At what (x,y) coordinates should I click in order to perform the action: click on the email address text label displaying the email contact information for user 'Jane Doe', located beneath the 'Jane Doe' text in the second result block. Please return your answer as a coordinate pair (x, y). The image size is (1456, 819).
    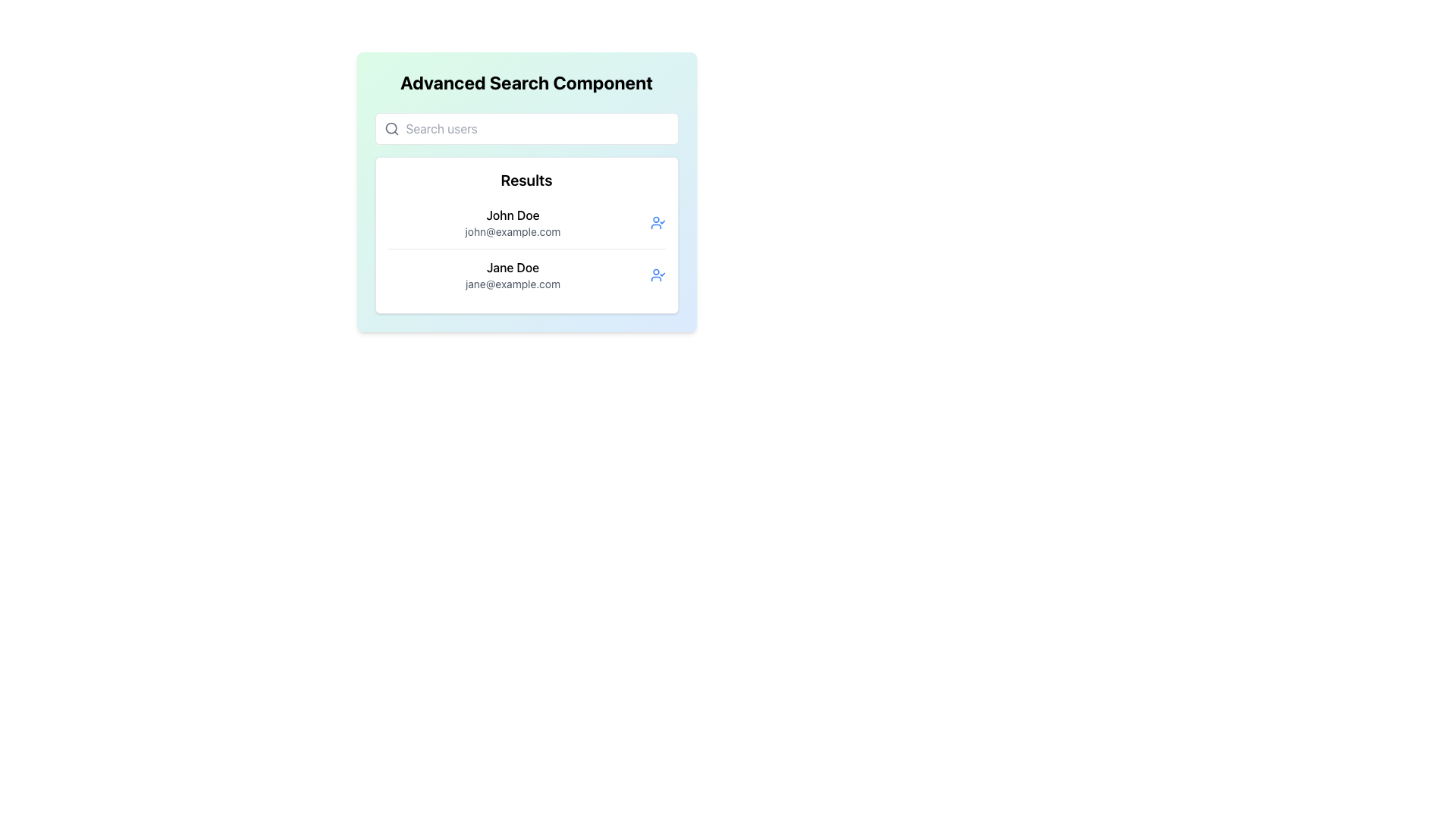
    Looking at the image, I should click on (513, 284).